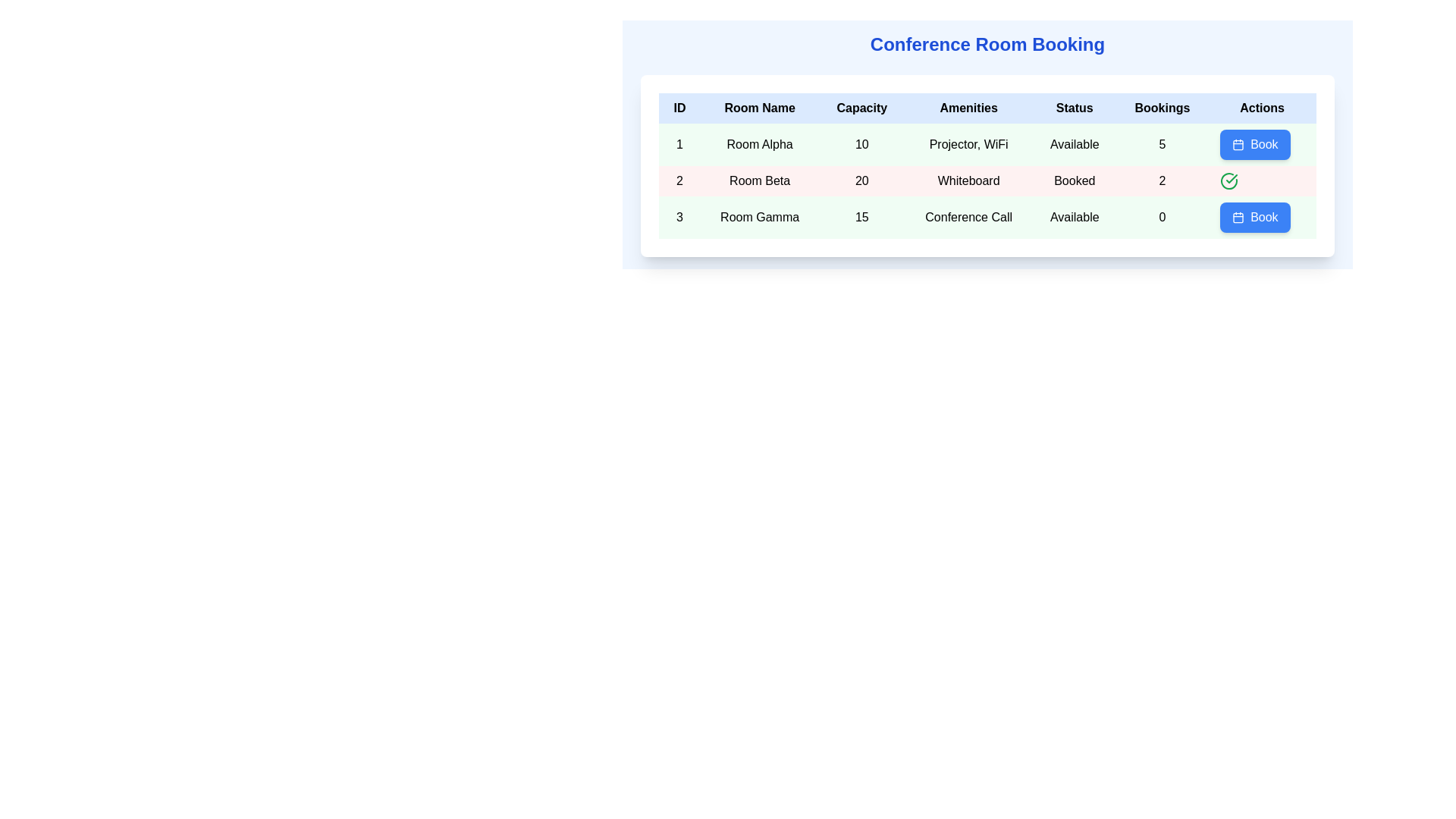 This screenshot has height=819, width=1456. I want to click on the Text display showing the number '5' in bold, located in the sixth column of the first data row of the table with a light green background, so click(1161, 145).